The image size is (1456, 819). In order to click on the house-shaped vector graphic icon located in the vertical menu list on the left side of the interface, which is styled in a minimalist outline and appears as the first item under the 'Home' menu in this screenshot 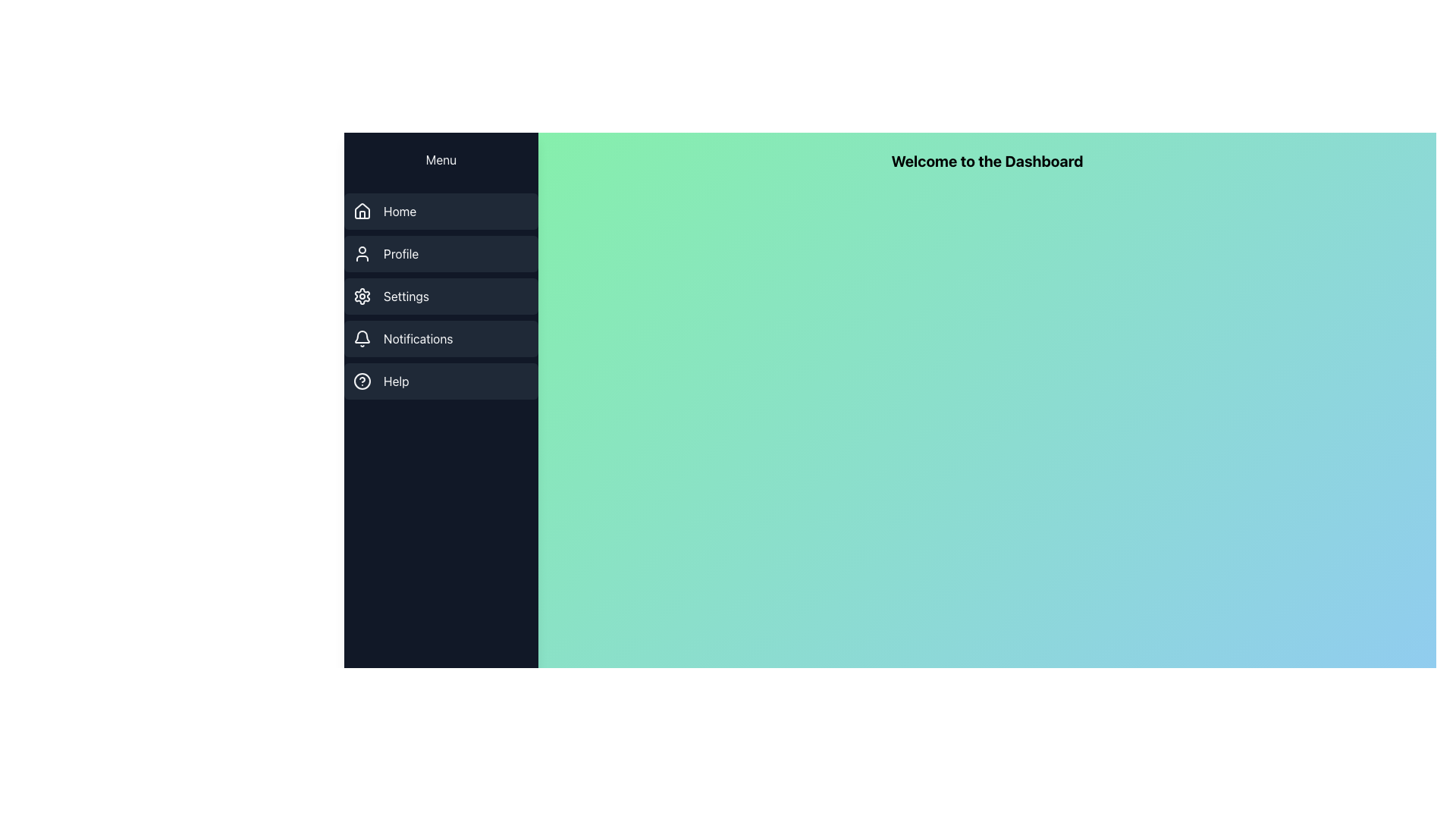, I will do `click(362, 210)`.